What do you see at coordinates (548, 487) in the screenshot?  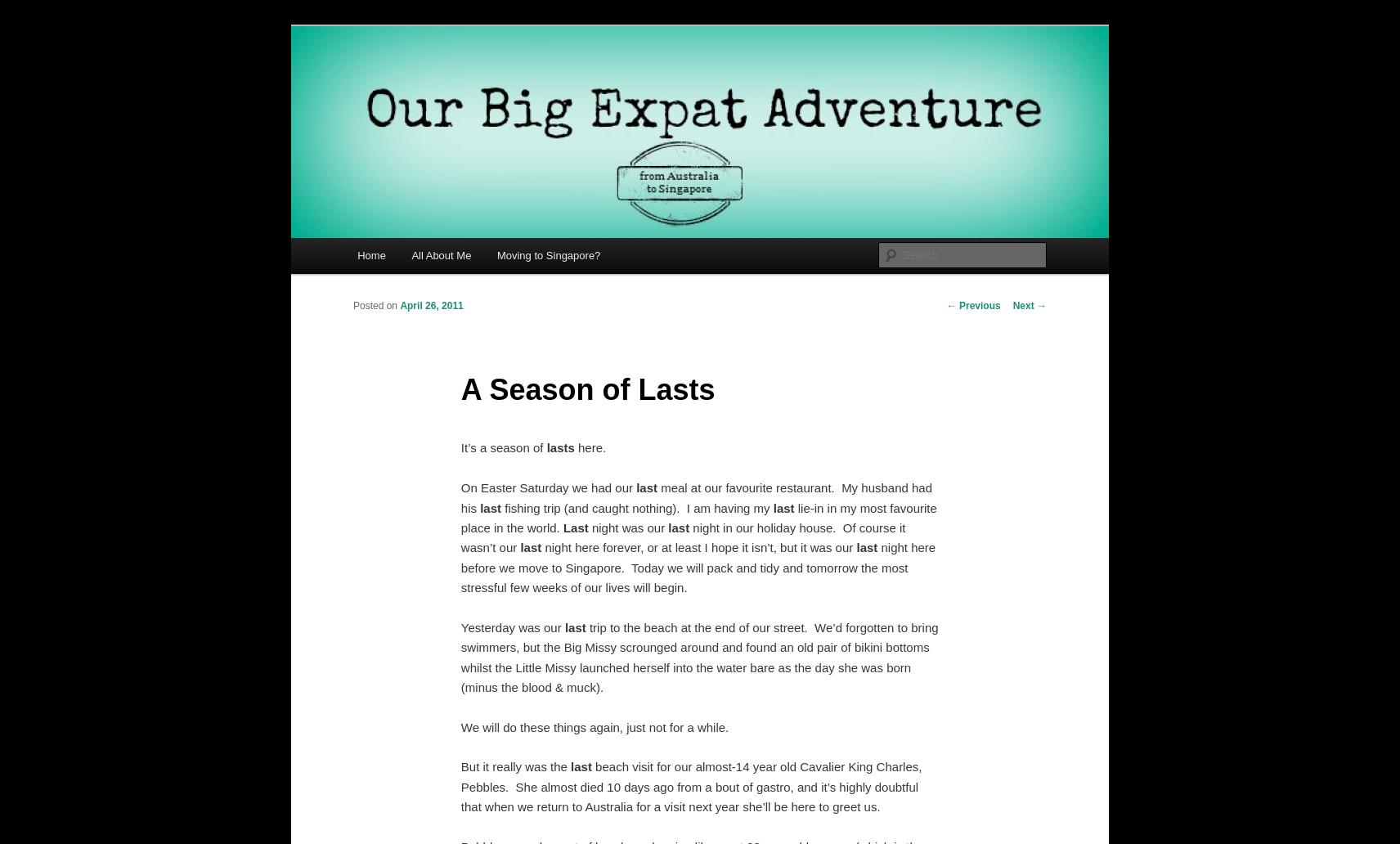 I see `'On Easter Saturday we had our'` at bounding box center [548, 487].